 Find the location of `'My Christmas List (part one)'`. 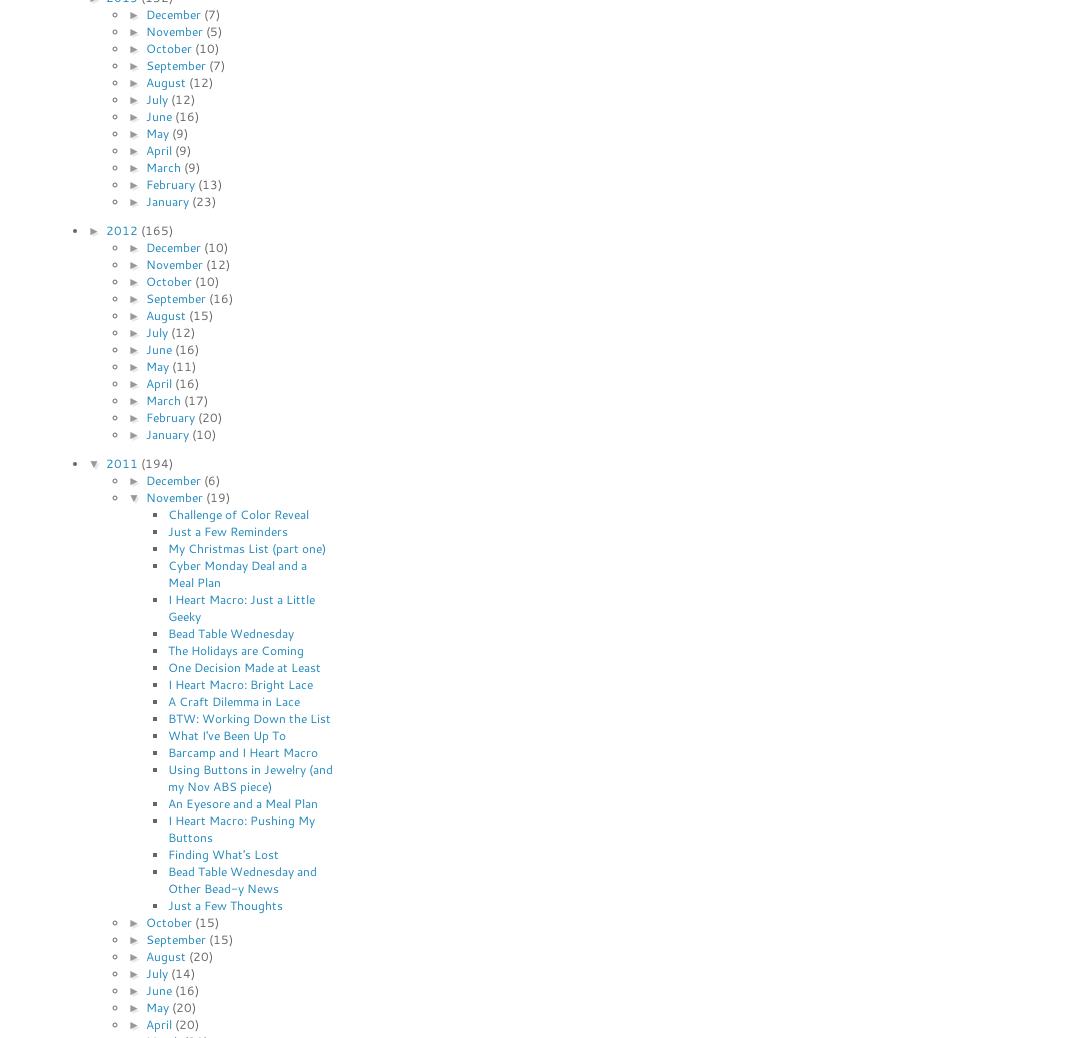

'My Christmas List (part one)' is located at coordinates (247, 546).